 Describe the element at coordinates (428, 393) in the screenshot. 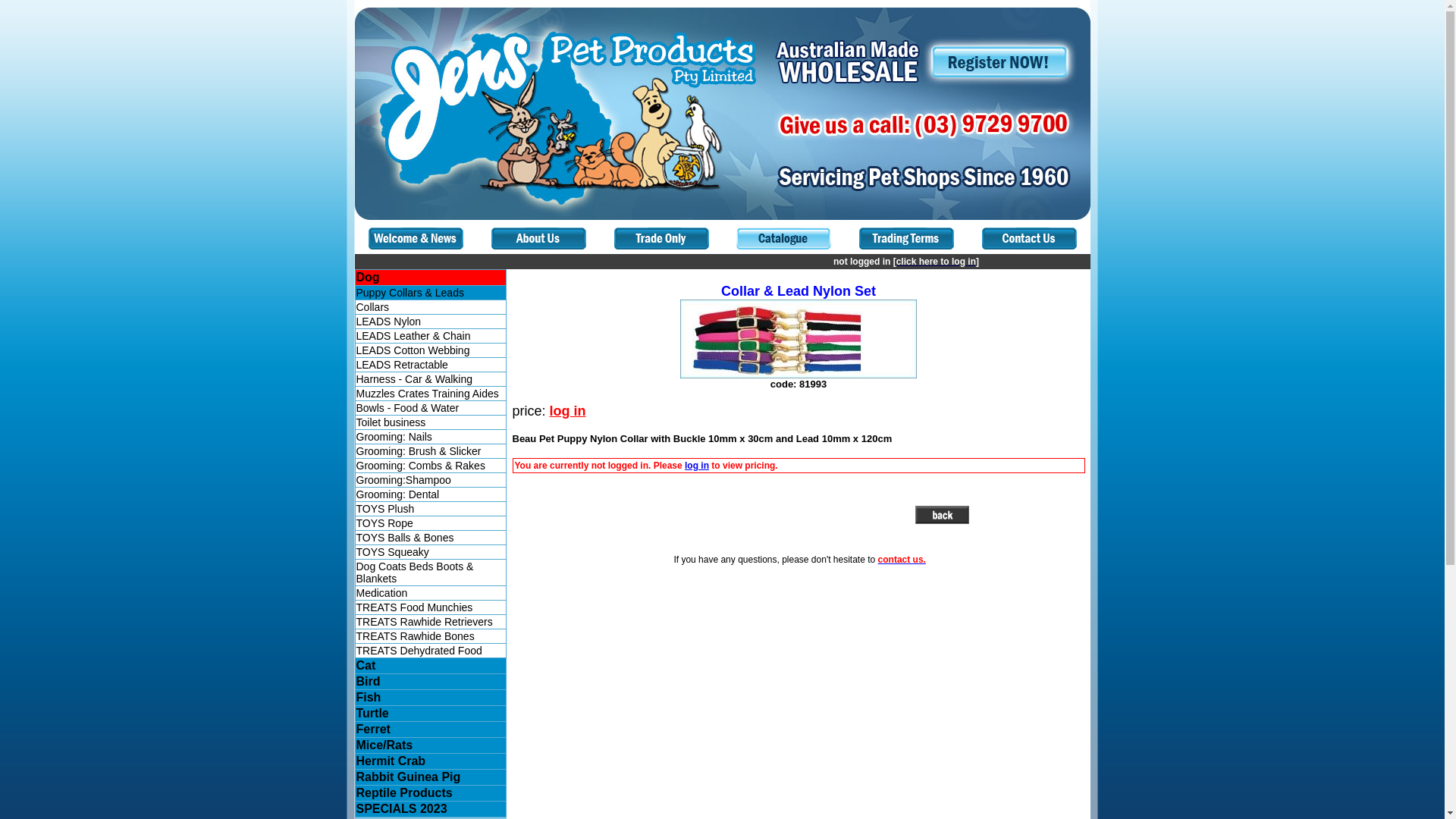

I see `'Muzzles Crates Training Aides'` at that location.